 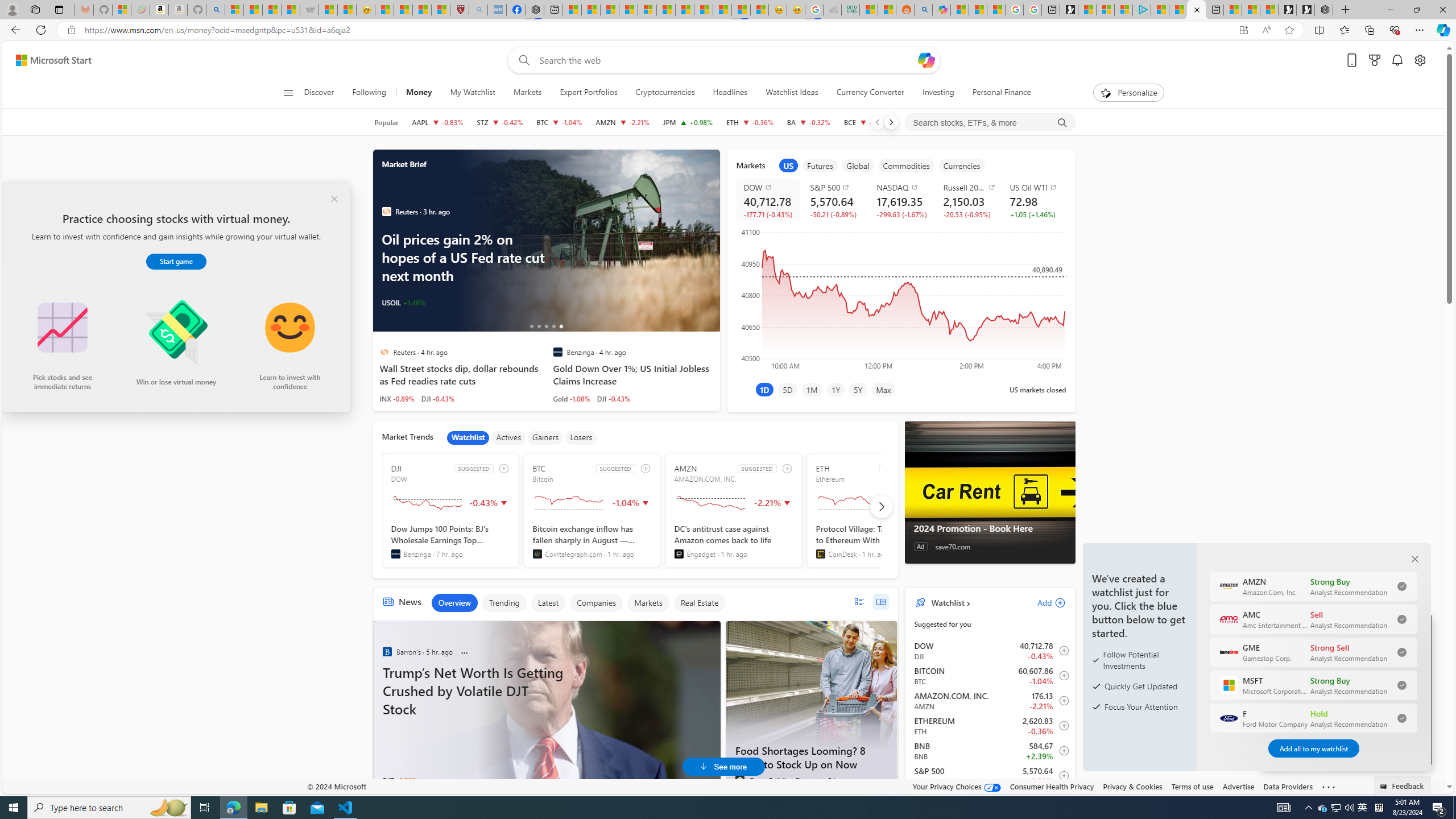 What do you see at coordinates (1131, 786) in the screenshot?
I see `'Privacy & Cookies'` at bounding box center [1131, 786].